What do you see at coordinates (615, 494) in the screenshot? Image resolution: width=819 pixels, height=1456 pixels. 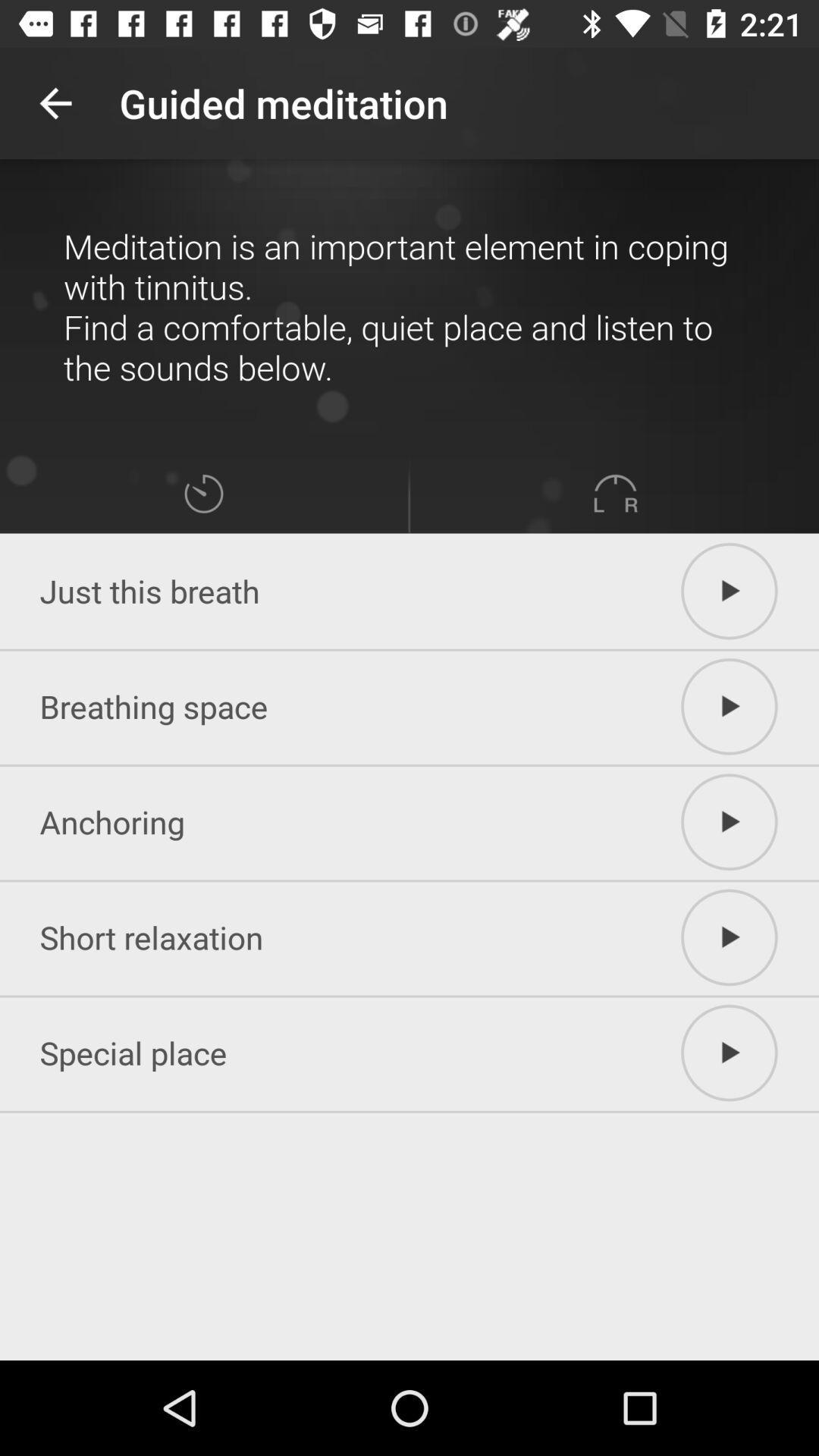 I see `the icon below meditation is an icon` at bounding box center [615, 494].